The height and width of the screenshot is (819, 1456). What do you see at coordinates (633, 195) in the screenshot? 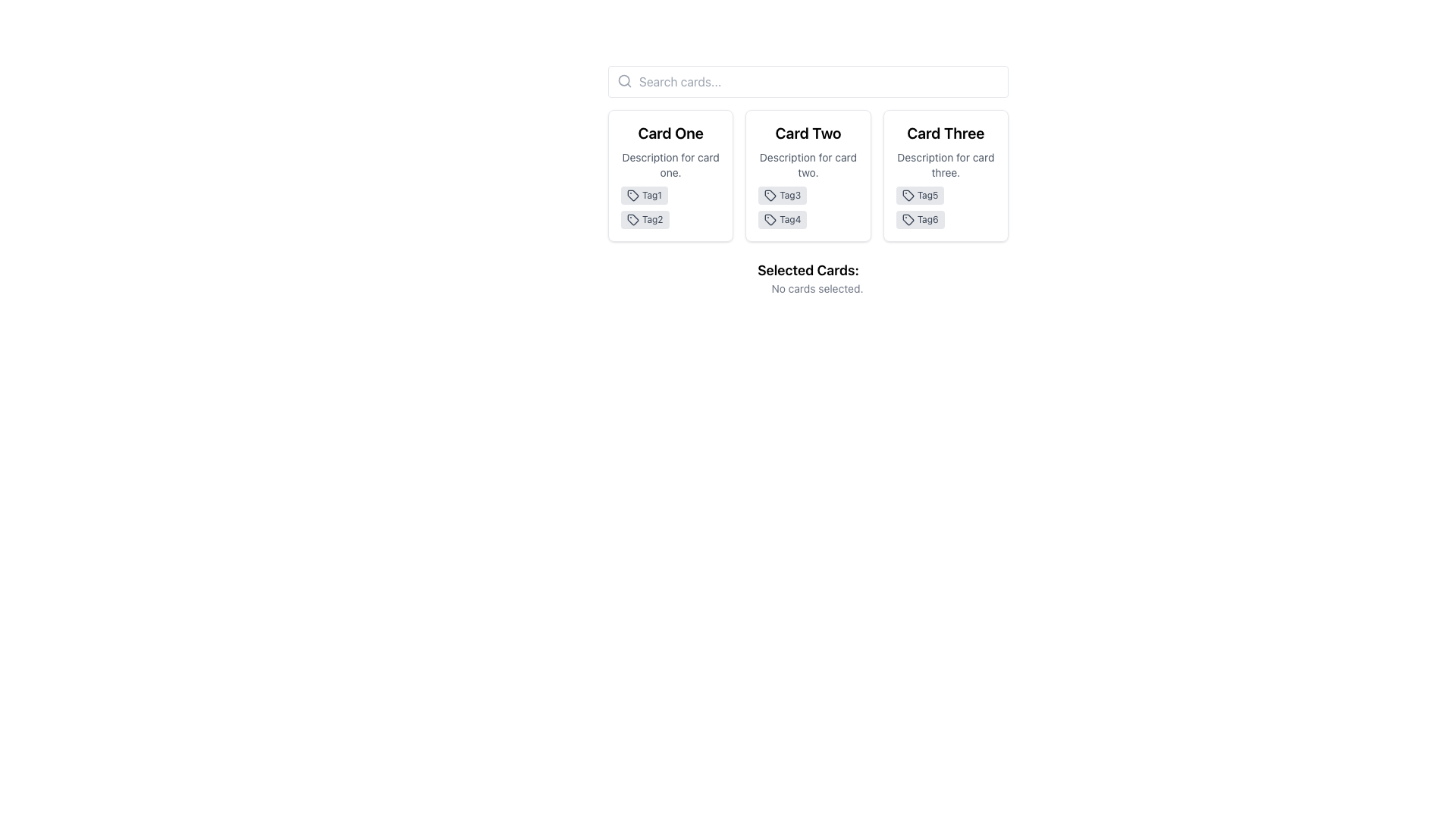
I see `the icon located at the top-left corner of the 'Tag1' label, which is under 'Card One'` at bounding box center [633, 195].